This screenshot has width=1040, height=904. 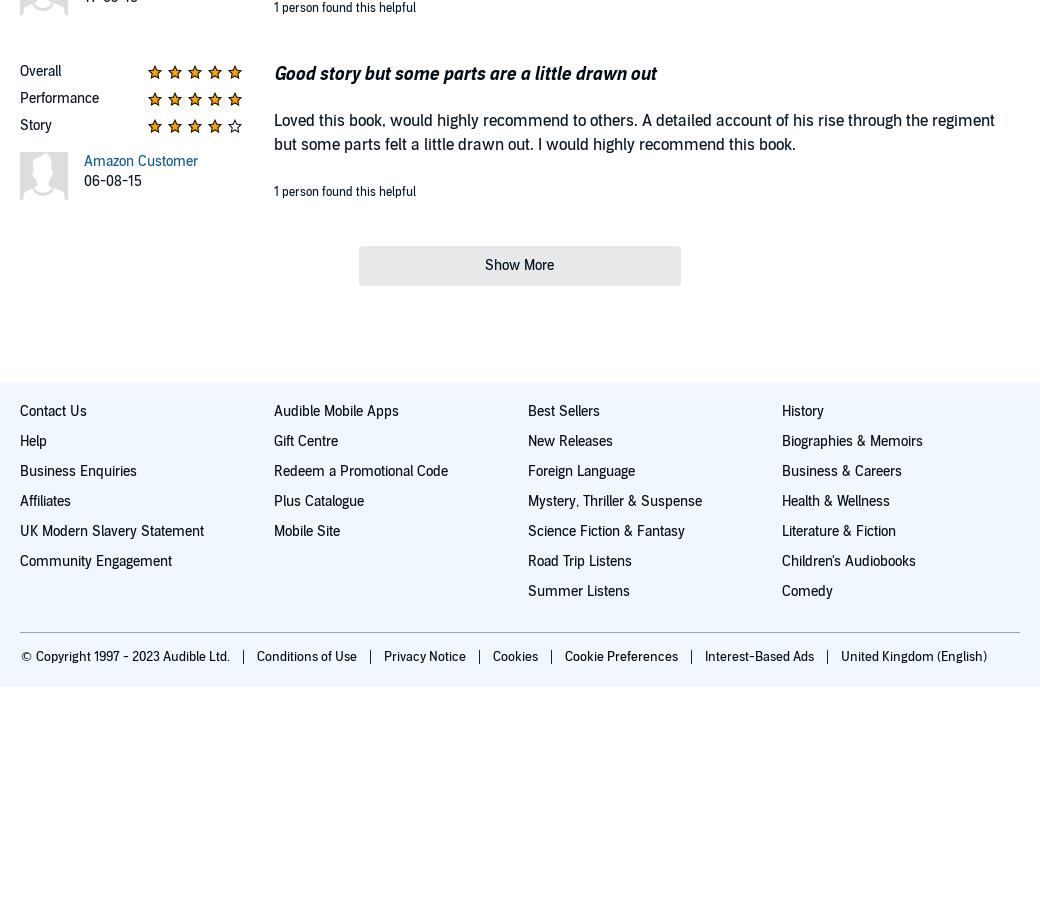 I want to click on 'Best Sellers', so click(x=562, y=410).